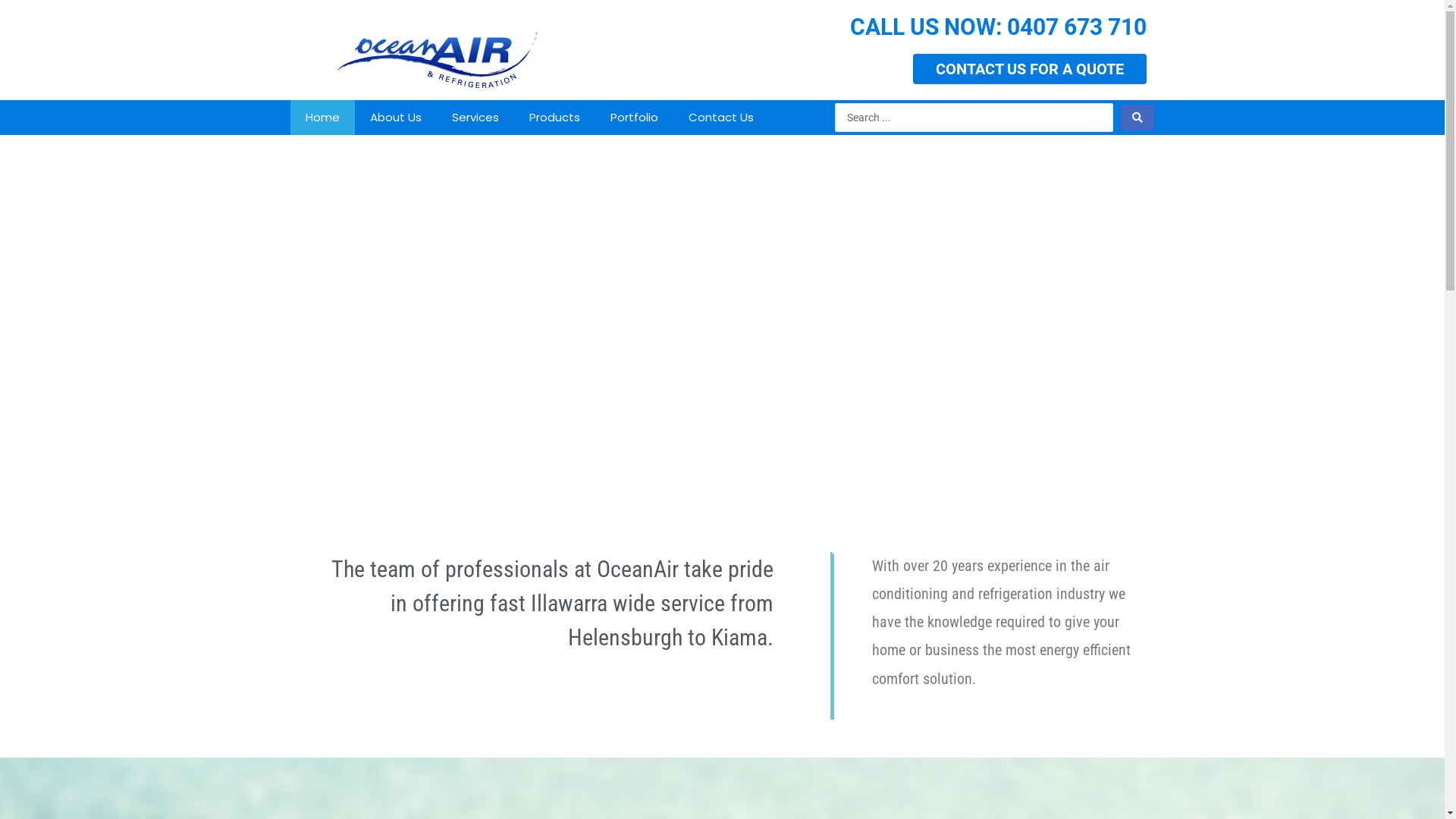  What do you see at coordinates (554, 116) in the screenshot?
I see `'Products'` at bounding box center [554, 116].